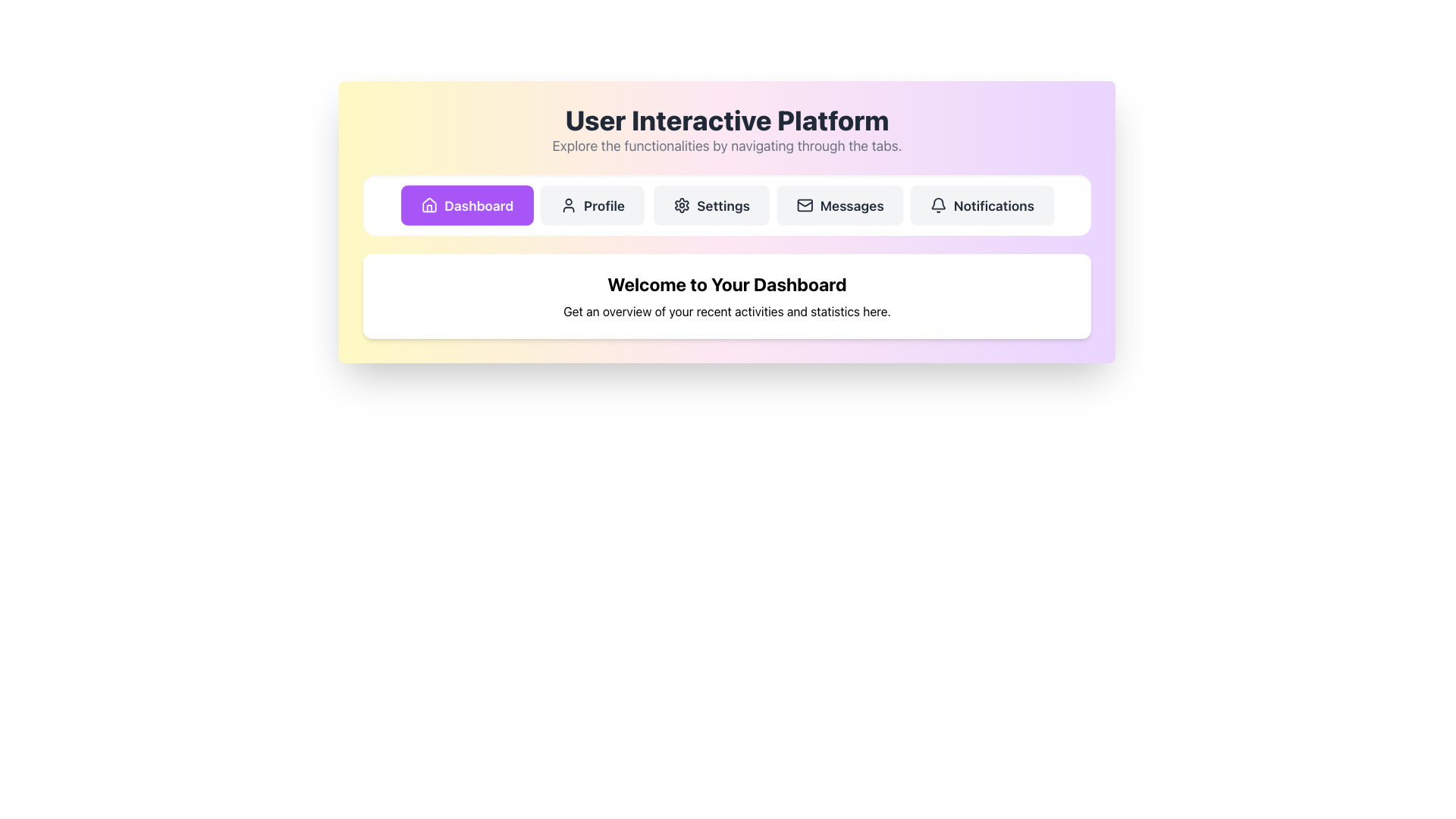  I want to click on the 'Profile' text label within the second button of the horizontal navigation bar, so click(604, 205).